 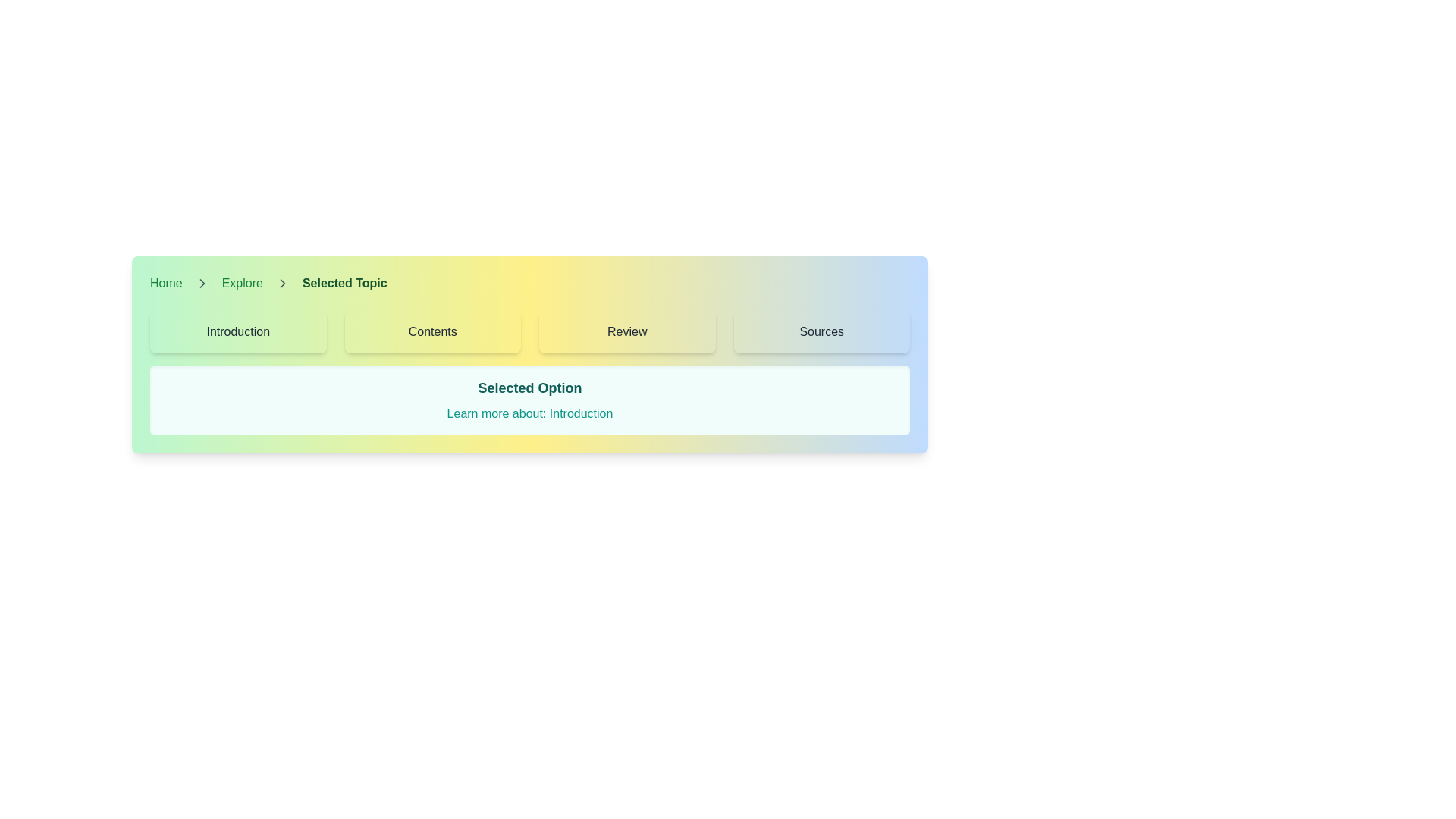 What do you see at coordinates (166, 284) in the screenshot?
I see `the 'Home' link in the breadcrumb navigation bar` at bounding box center [166, 284].